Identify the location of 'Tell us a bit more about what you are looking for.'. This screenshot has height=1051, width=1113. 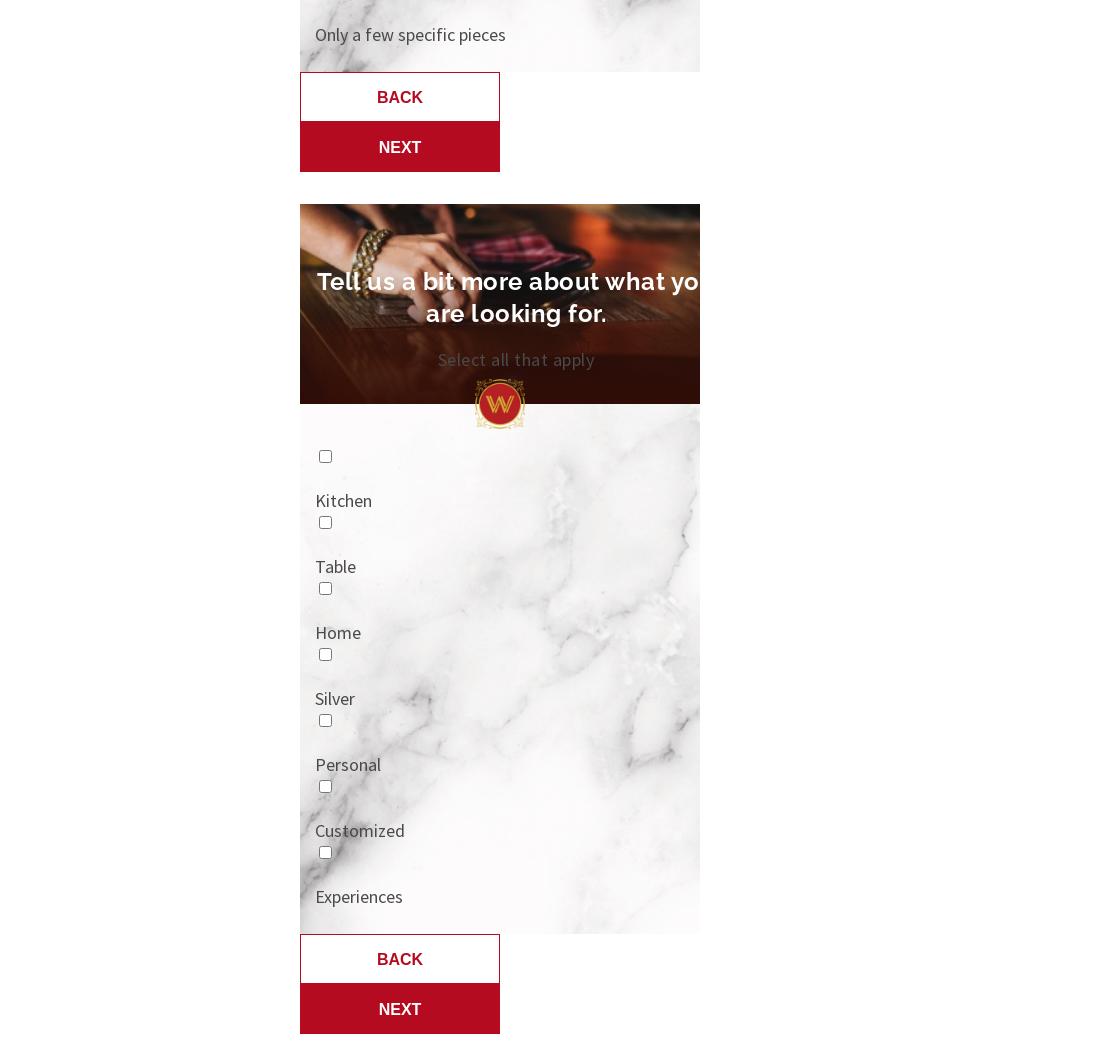
(515, 296).